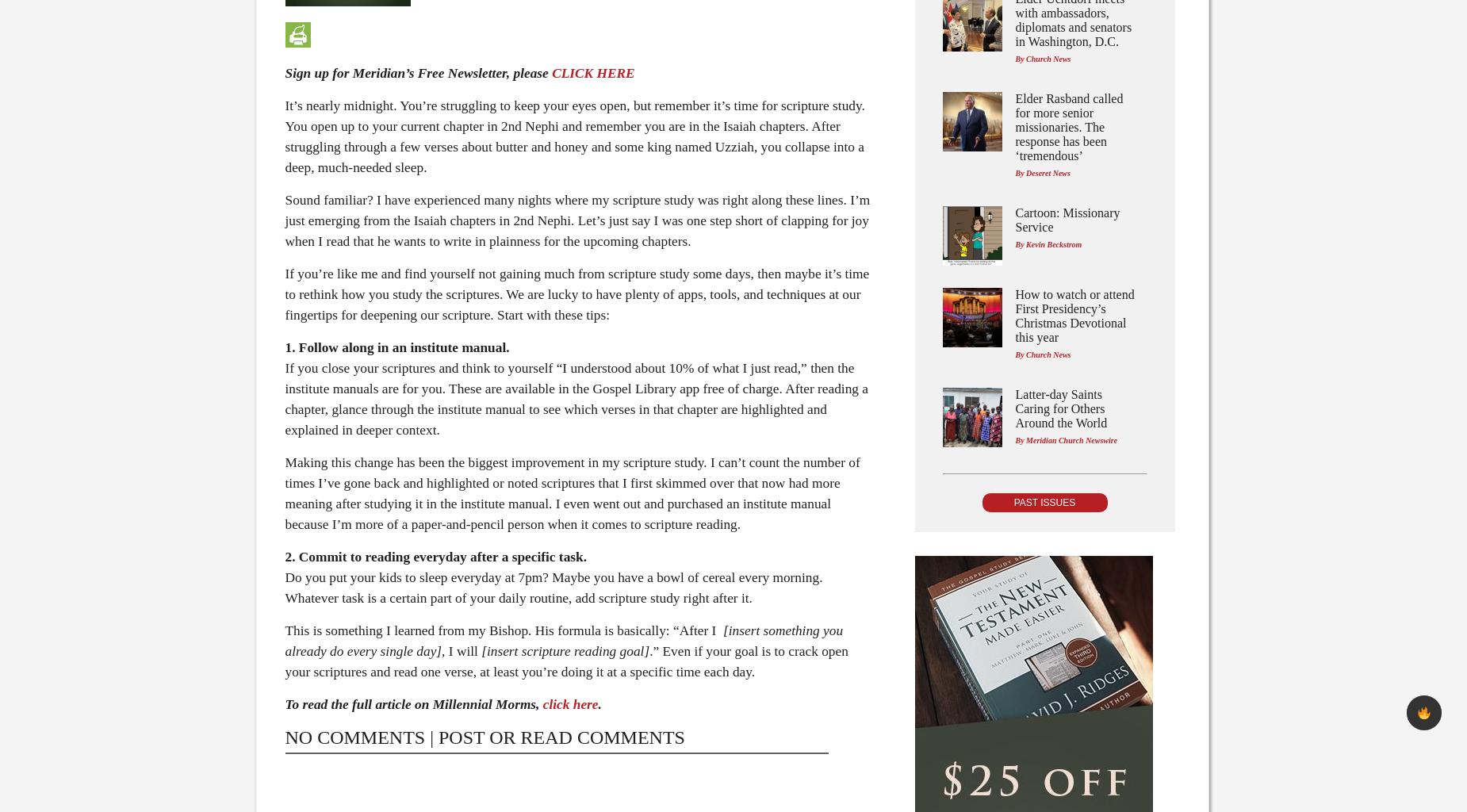  Describe the element at coordinates (1014, 408) in the screenshot. I see `'Latter-day Saints Caring for Others Around the World'` at that location.